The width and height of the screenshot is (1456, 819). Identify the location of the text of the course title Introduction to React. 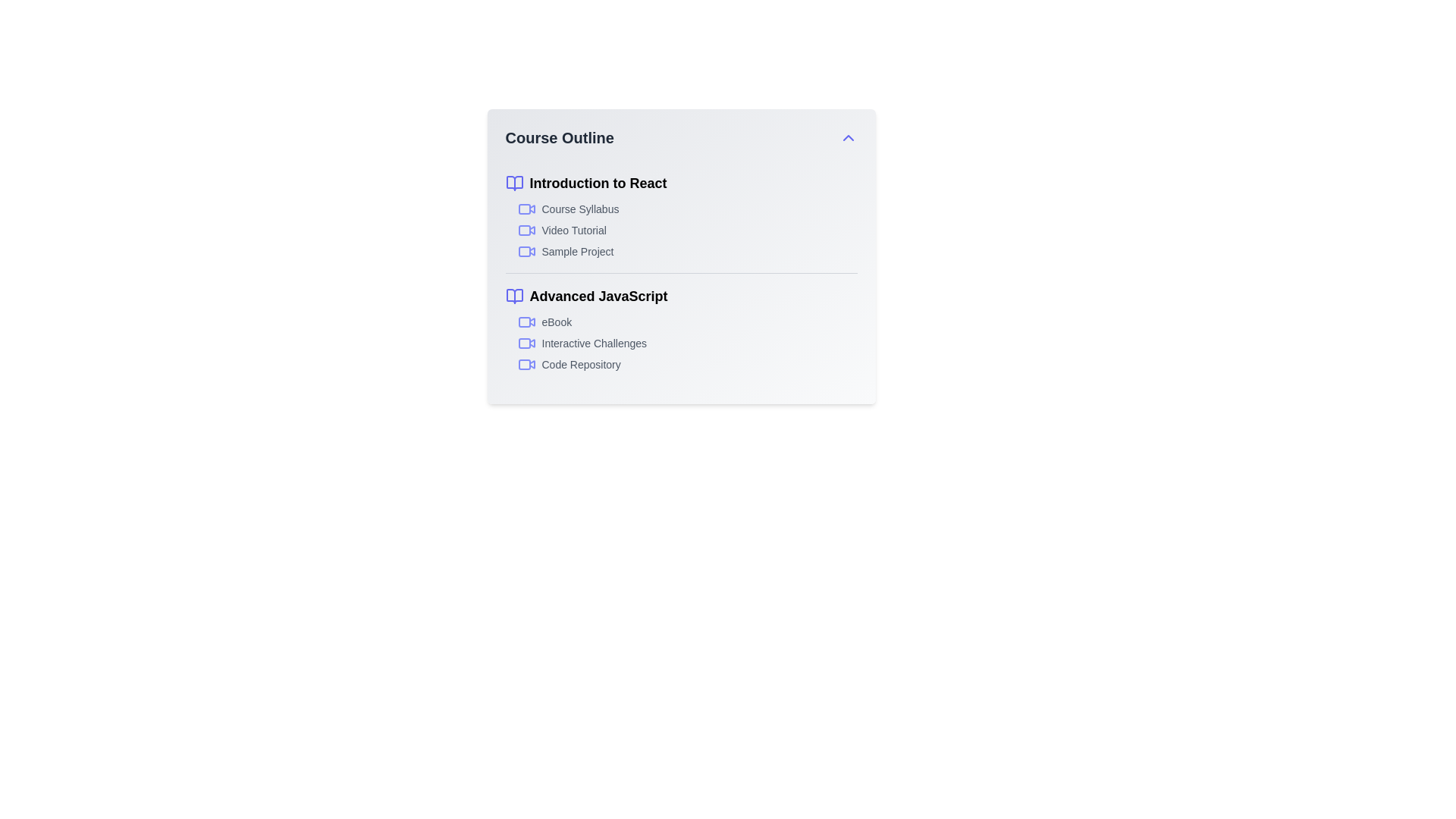
(680, 183).